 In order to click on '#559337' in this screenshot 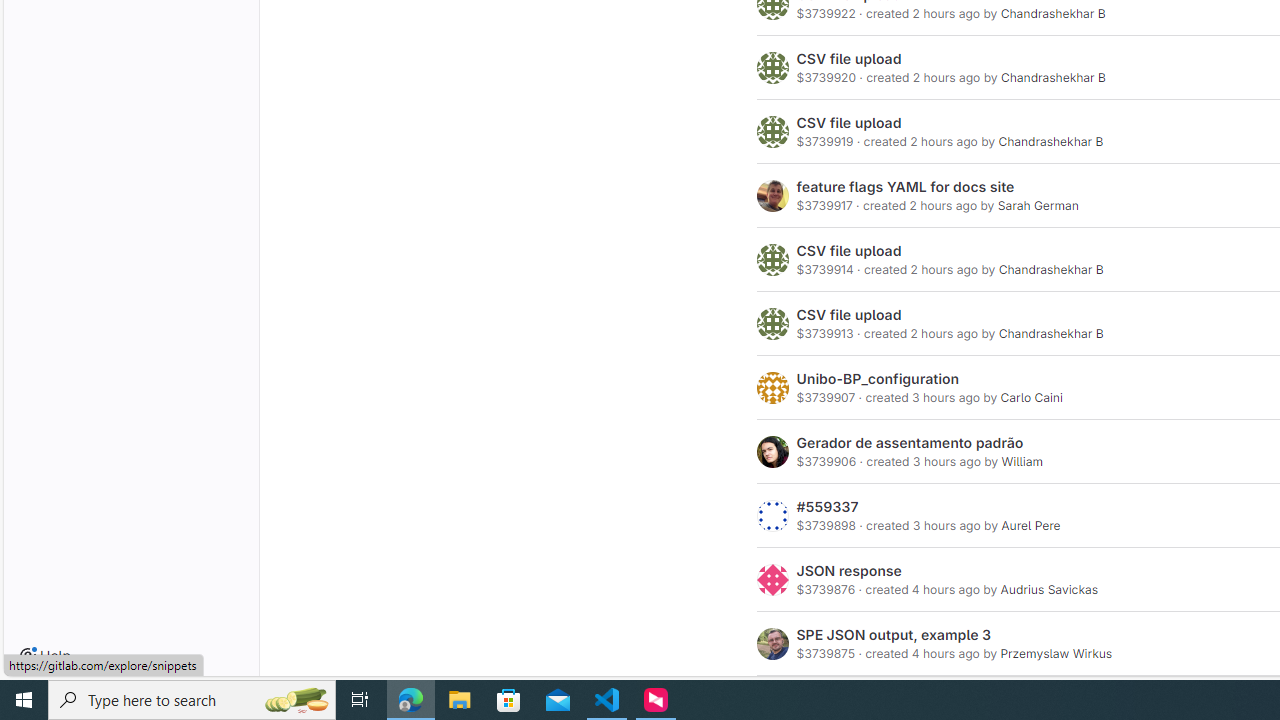, I will do `click(827, 506)`.